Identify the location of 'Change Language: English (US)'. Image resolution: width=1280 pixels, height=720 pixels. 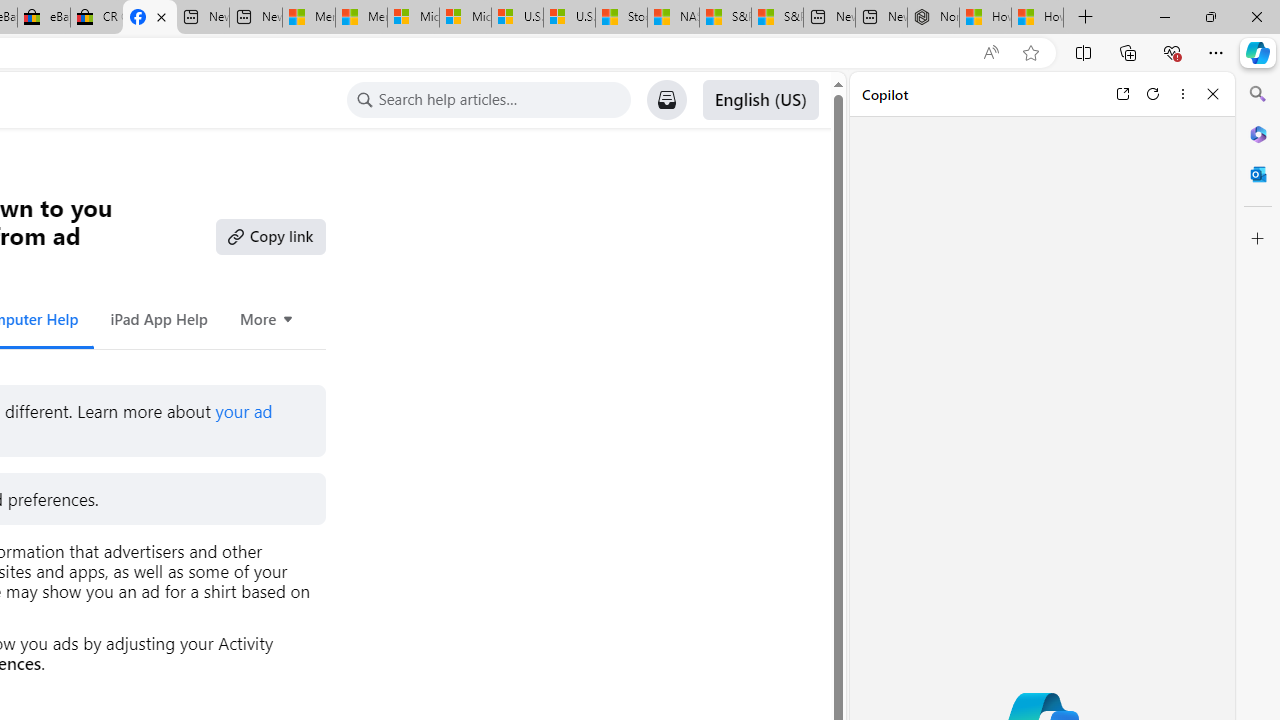
(759, 100).